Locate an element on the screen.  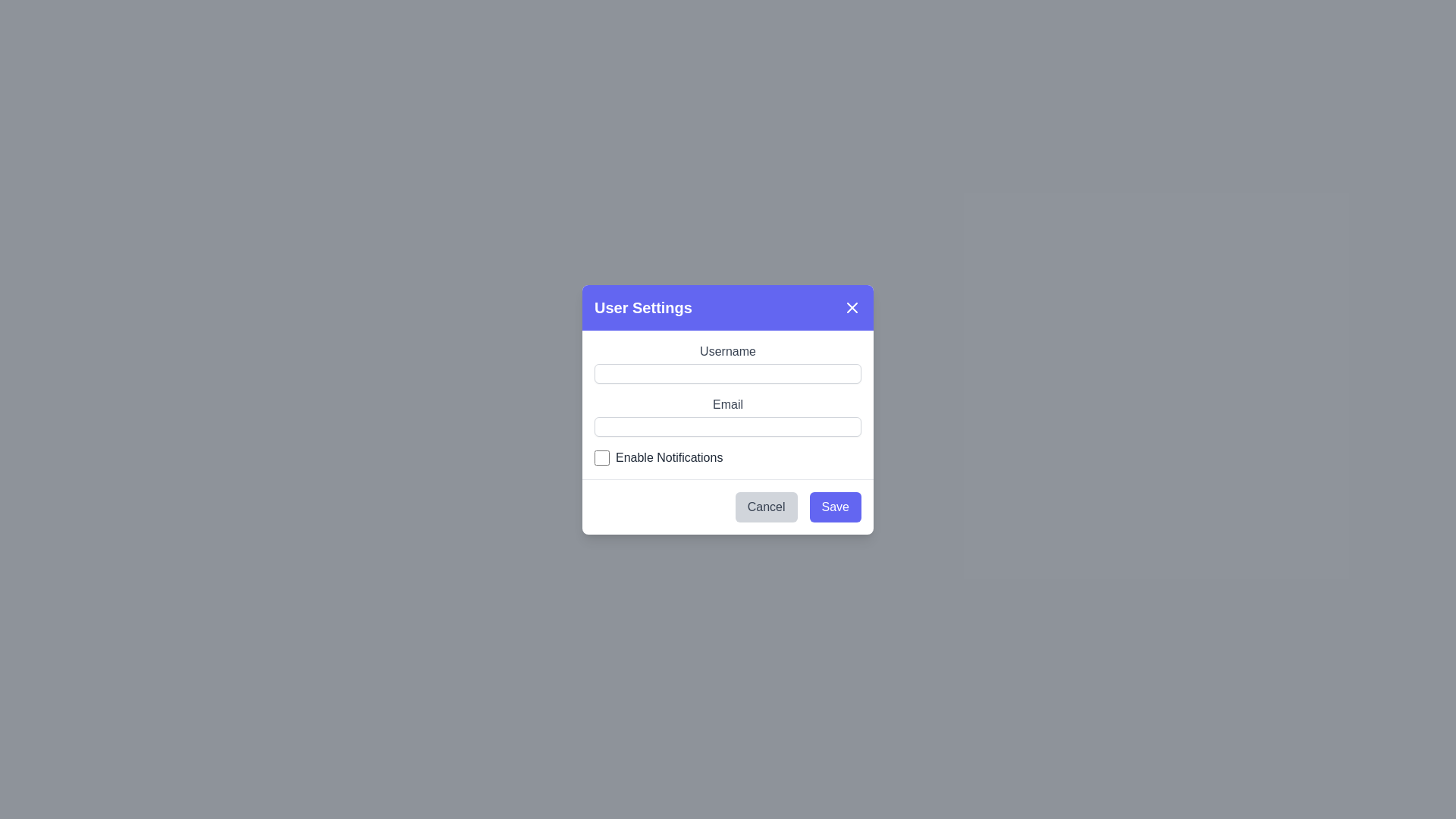
the 'Cancel' button located on the left side of the button group at the bottom of the modal window is located at coordinates (766, 507).